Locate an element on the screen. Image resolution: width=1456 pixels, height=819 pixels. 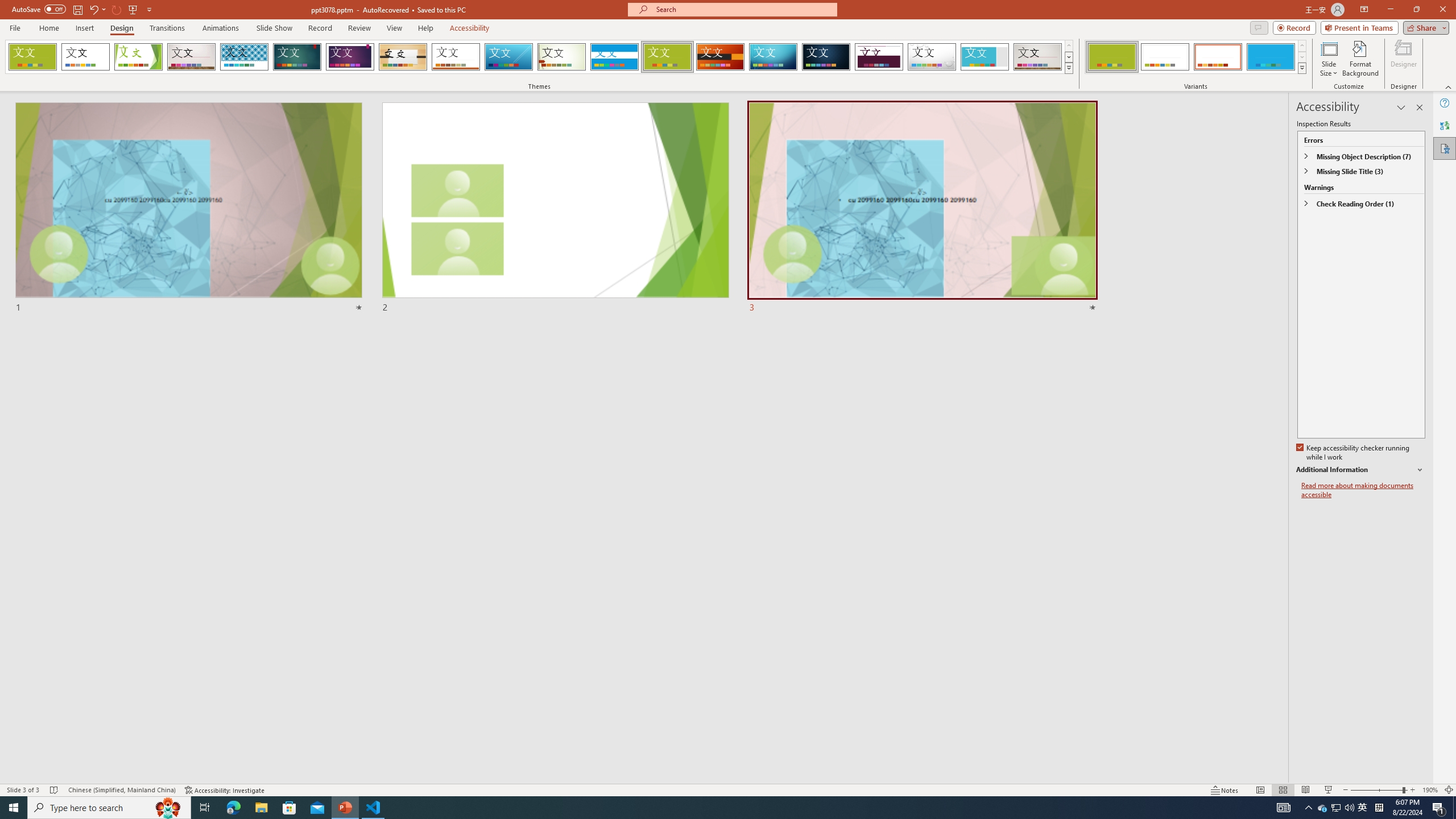
'Facet' is located at coordinates (138, 56).